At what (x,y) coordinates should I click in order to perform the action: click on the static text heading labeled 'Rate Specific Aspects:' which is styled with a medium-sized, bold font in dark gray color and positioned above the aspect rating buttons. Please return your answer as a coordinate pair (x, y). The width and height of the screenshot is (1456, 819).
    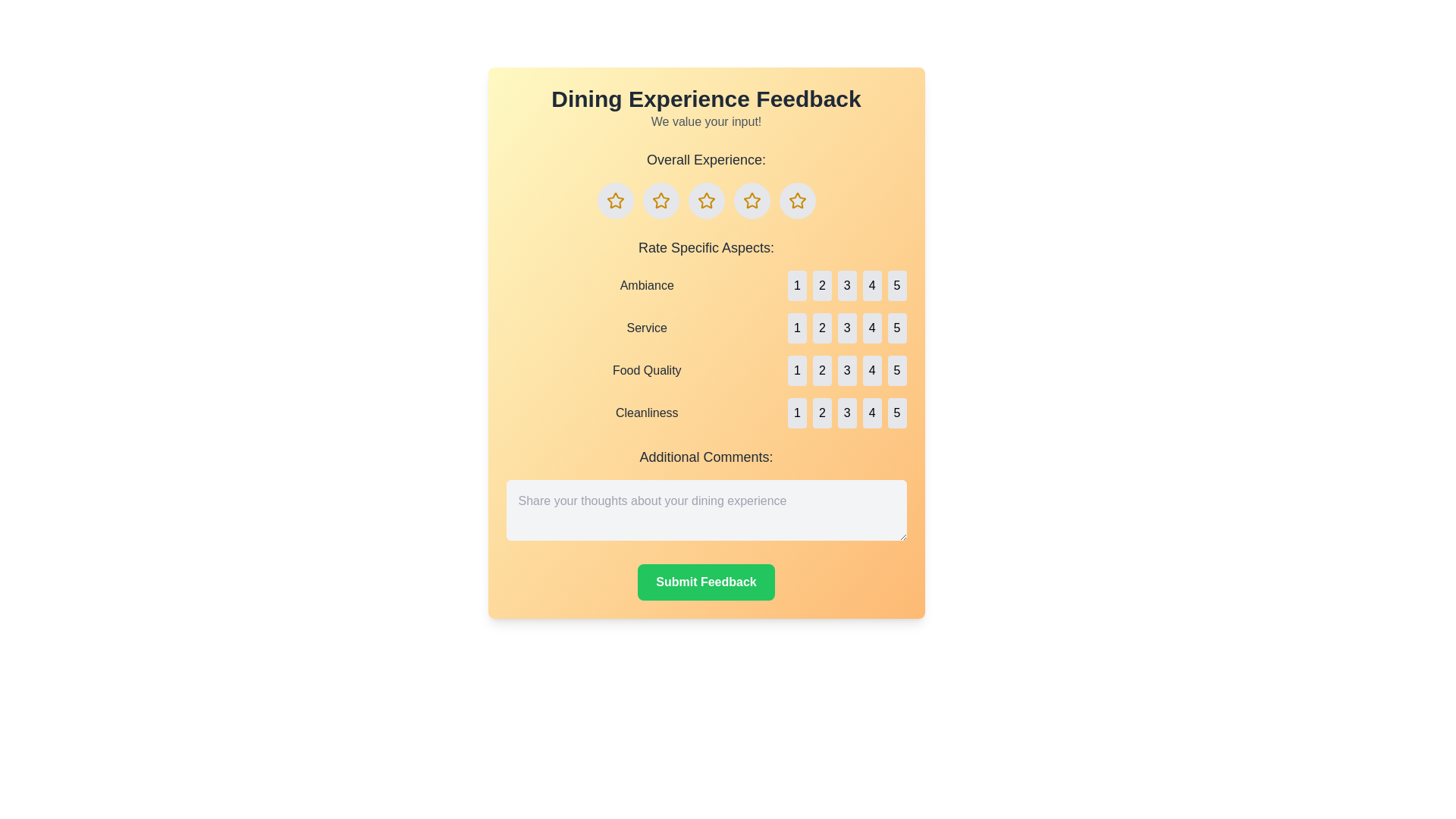
    Looking at the image, I should click on (705, 247).